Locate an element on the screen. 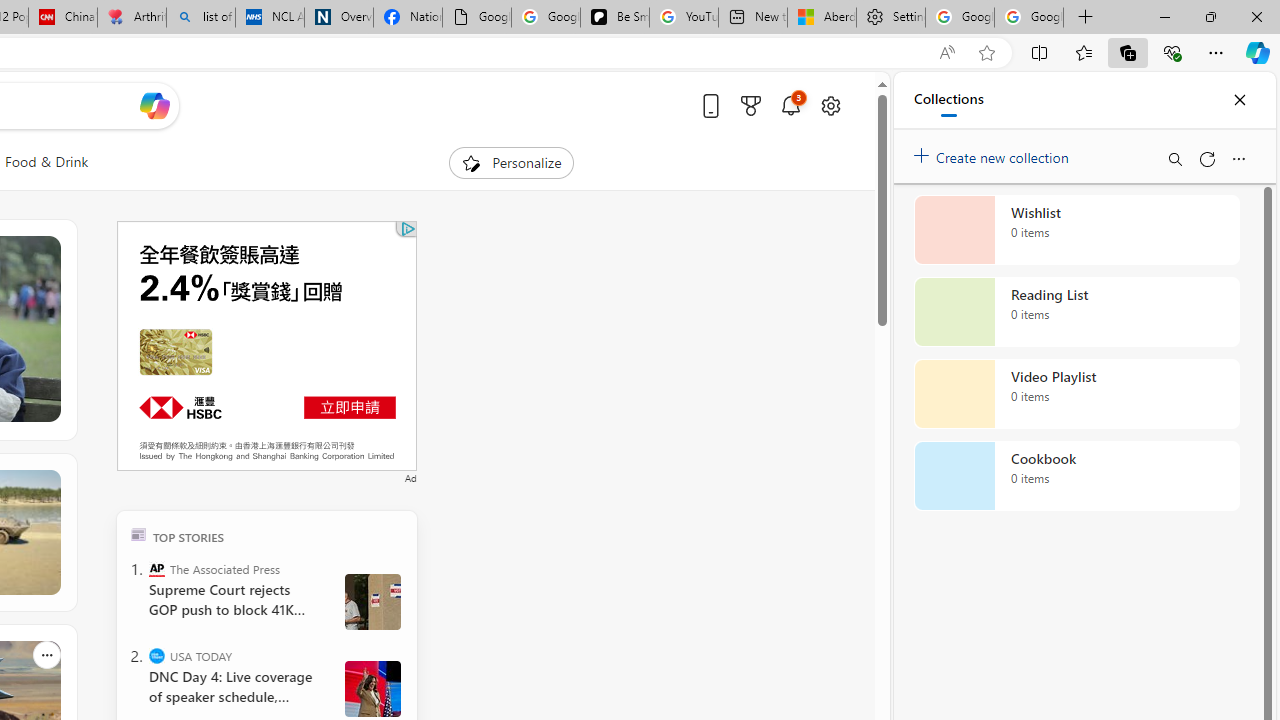  'Microsoft rewards' is located at coordinates (749, 105).